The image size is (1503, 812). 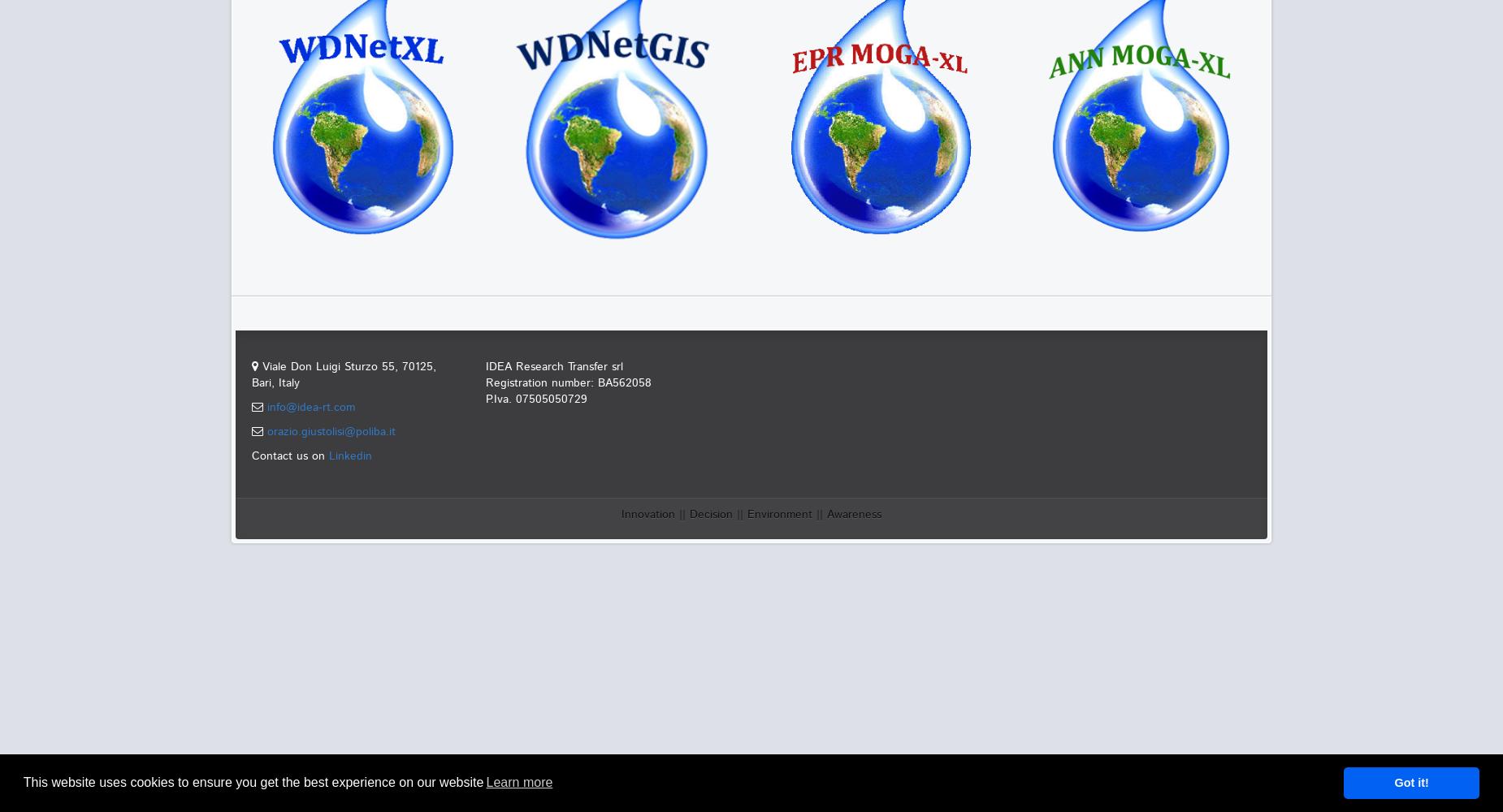 What do you see at coordinates (485, 781) in the screenshot?
I see `'Learn more'` at bounding box center [485, 781].